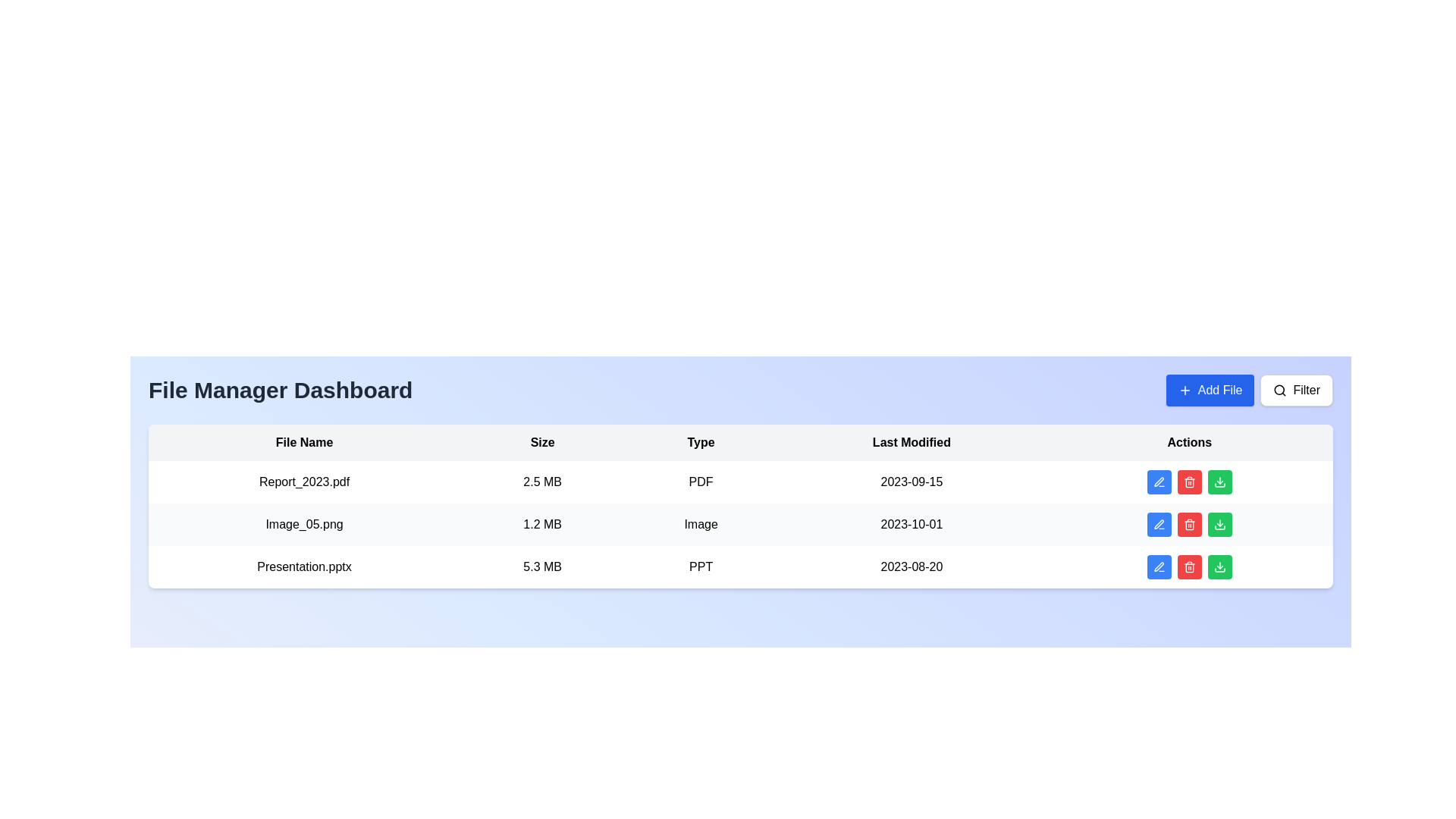  What do you see at coordinates (700, 442) in the screenshot?
I see `the 'Type' column header within the table` at bounding box center [700, 442].